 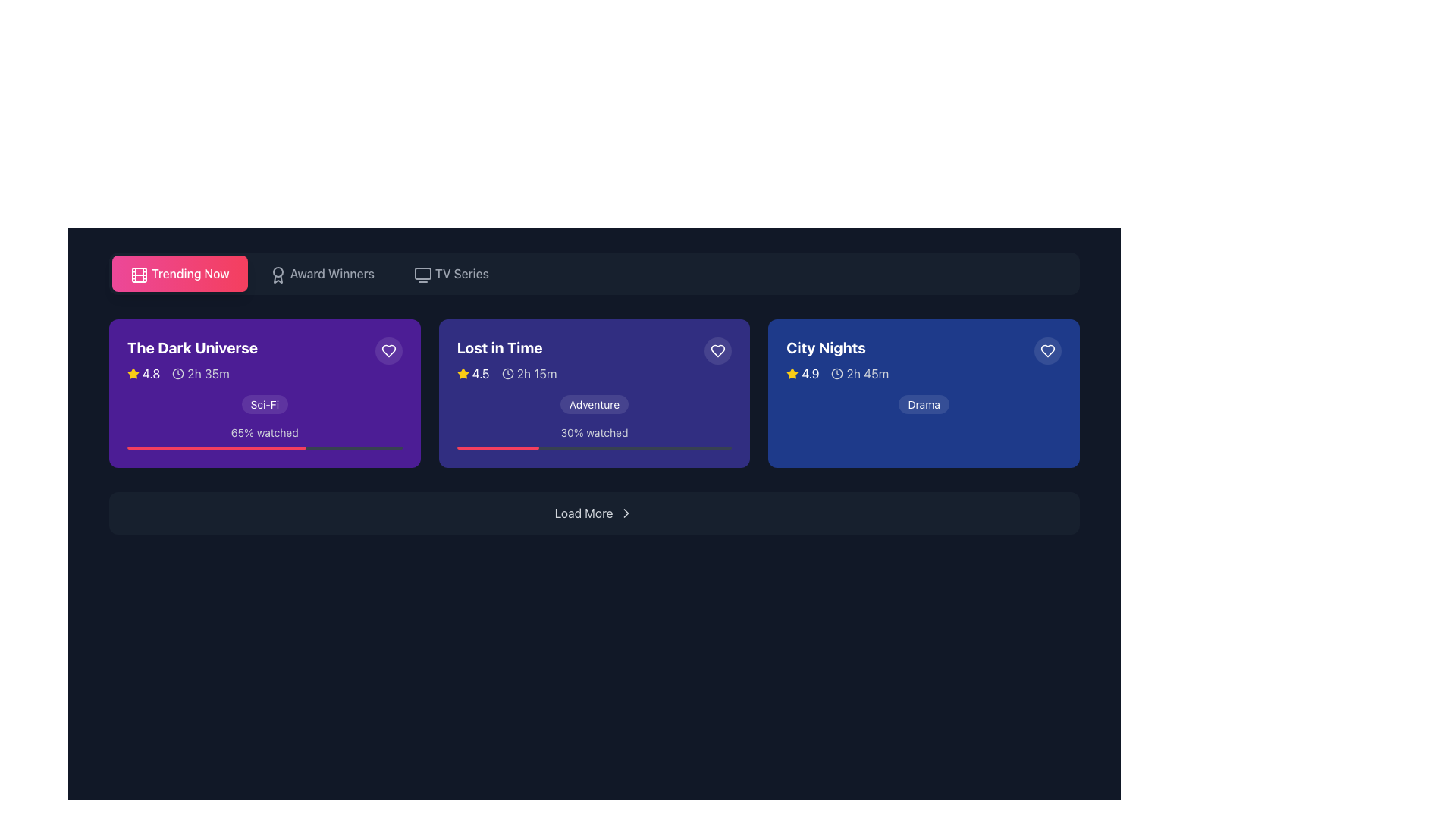 I want to click on the 'TV Series' category selection button, so click(x=461, y=274).